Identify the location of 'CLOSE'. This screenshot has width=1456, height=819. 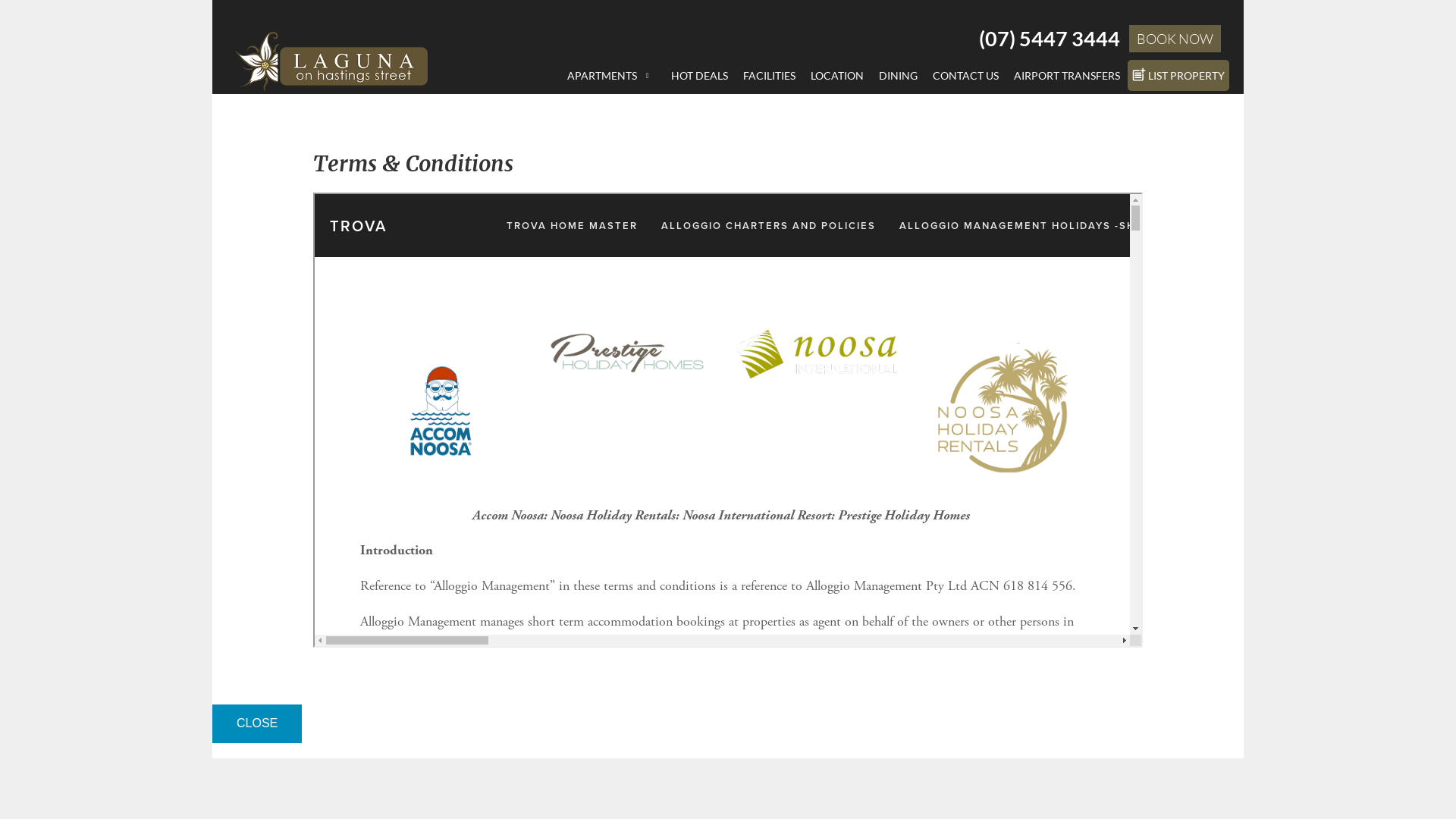
(211, 723).